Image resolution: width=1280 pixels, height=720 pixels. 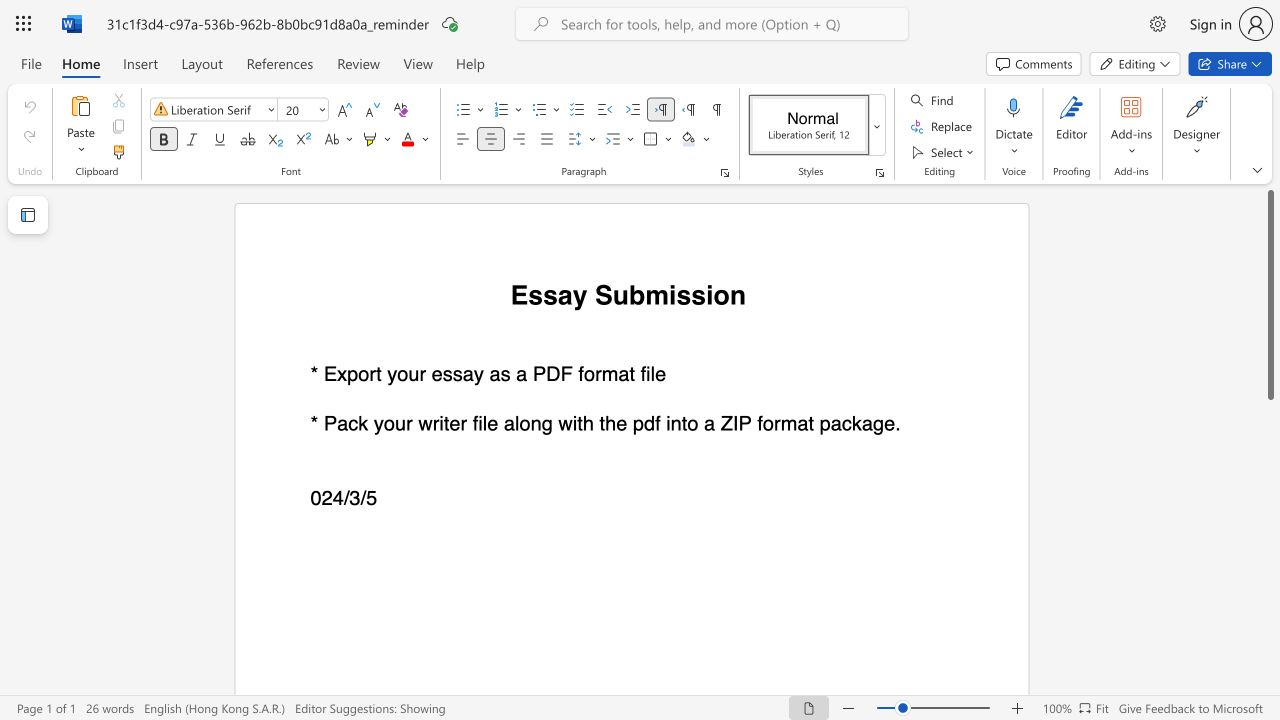 What do you see at coordinates (571, 295) in the screenshot?
I see `the subset text "y Submi" within the text "Essay Submission"` at bounding box center [571, 295].